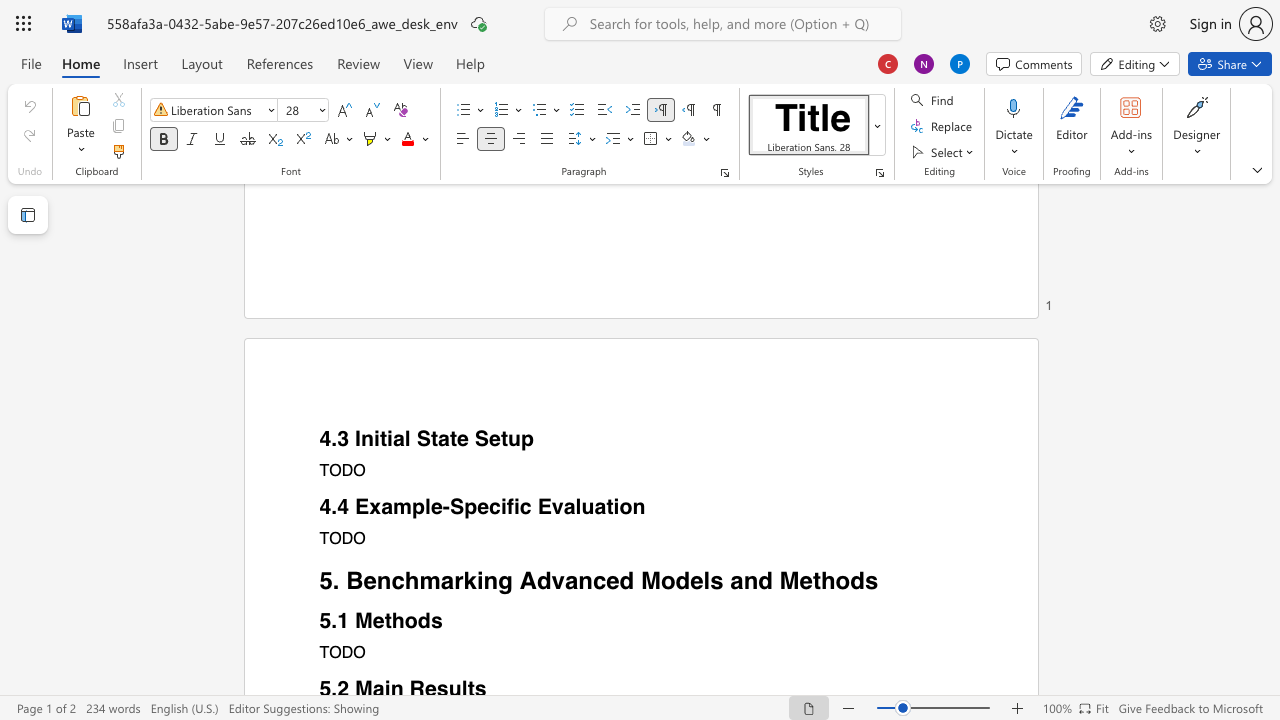 The image size is (1280, 720). Describe the element at coordinates (337, 620) in the screenshot. I see `the subset text "1 Meth" within the text "5.1 Methods"` at that location.